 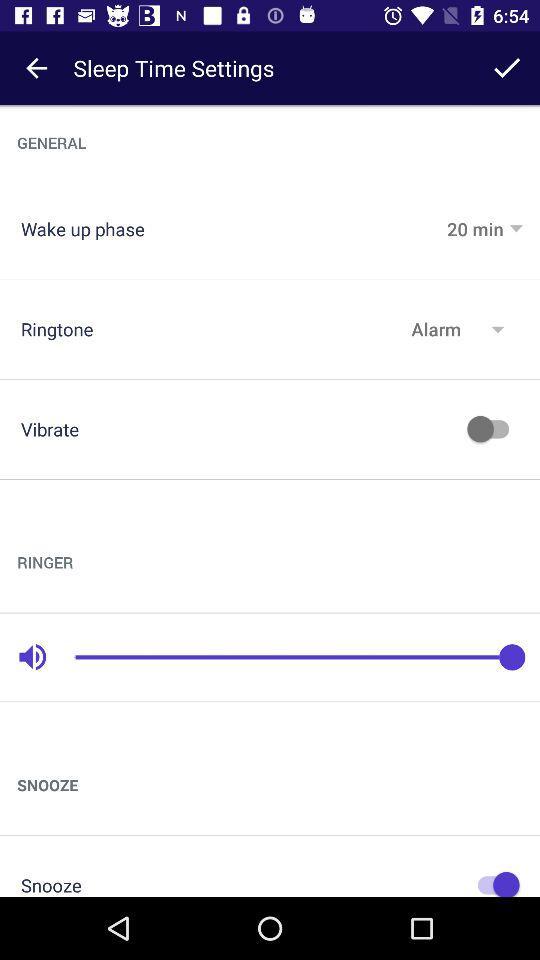 I want to click on setting the vibrate, so click(x=492, y=429).